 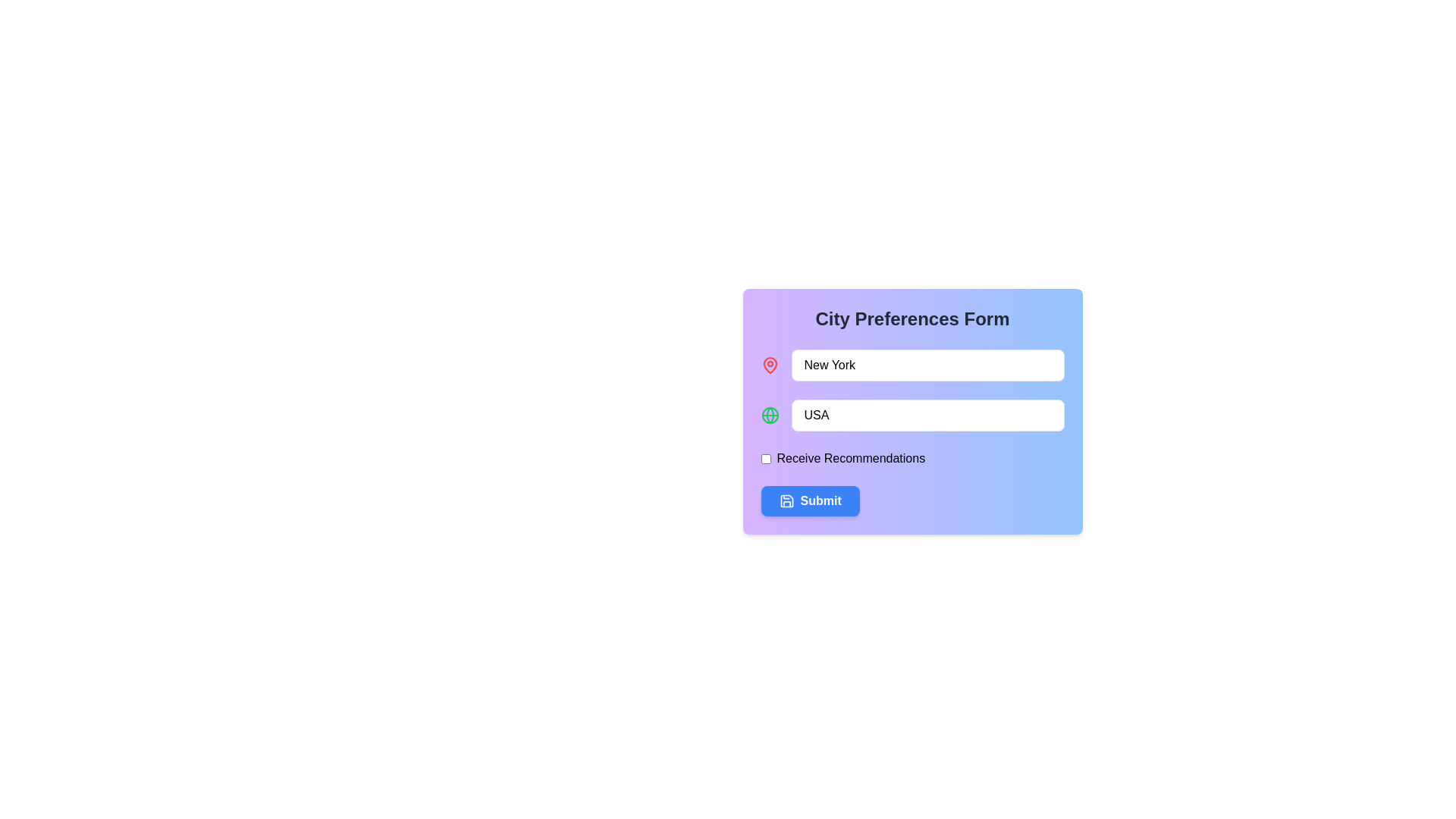 What do you see at coordinates (851, 458) in the screenshot?
I see `the descriptive label for the checkbox that allows users to understand the purpose of selecting or deselecting the checkbox to receive recommendations, located below the second input field and above the 'Submit' button` at bounding box center [851, 458].